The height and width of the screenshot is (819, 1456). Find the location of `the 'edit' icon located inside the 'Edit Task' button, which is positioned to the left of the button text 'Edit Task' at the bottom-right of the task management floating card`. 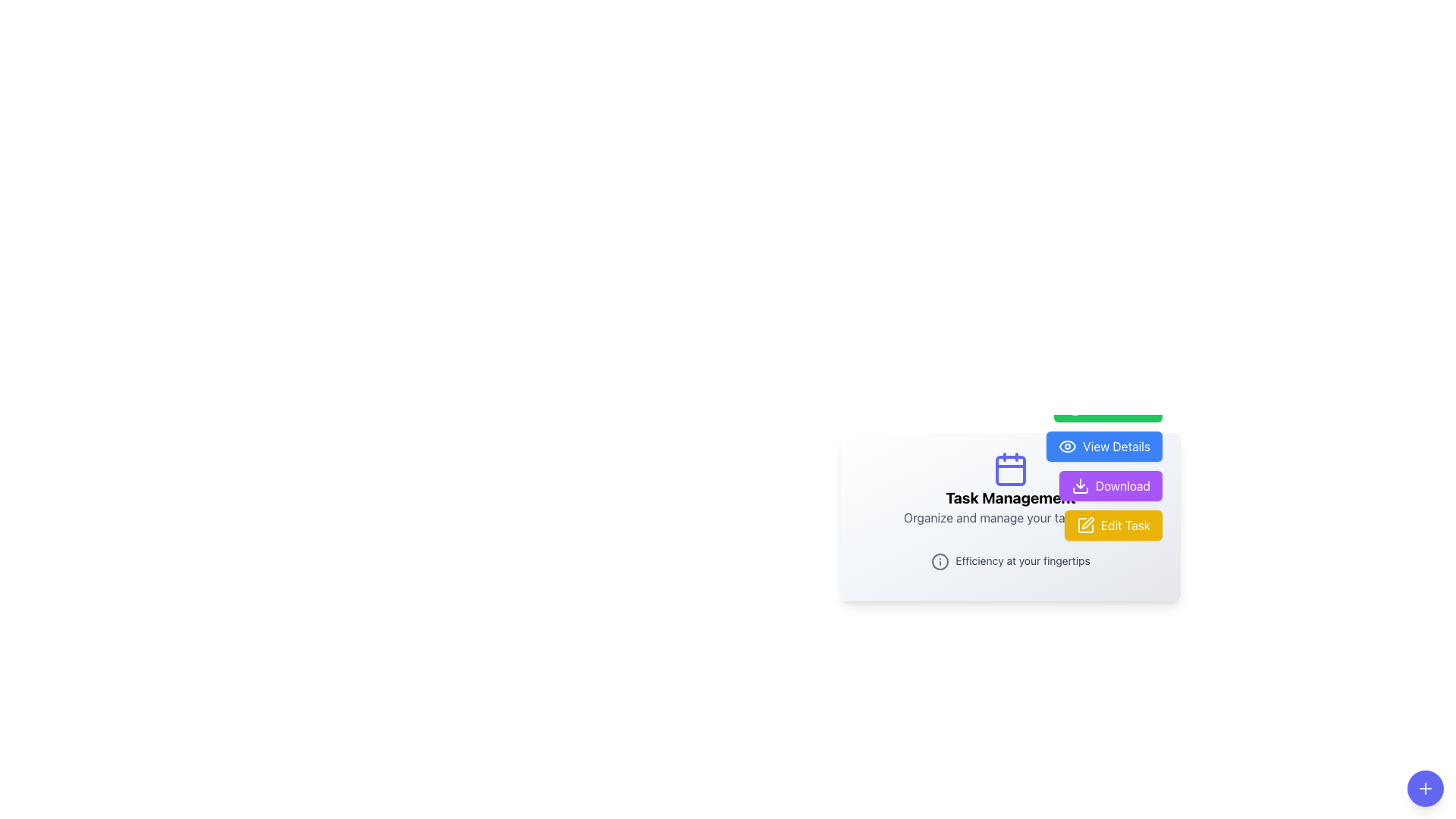

the 'edit' icon located inside the 'Edit Task' button, which is positioned to the left of the button text 'Edit Task' at the bottom-right of the task management floating card is located at coordinates (1084, 524).